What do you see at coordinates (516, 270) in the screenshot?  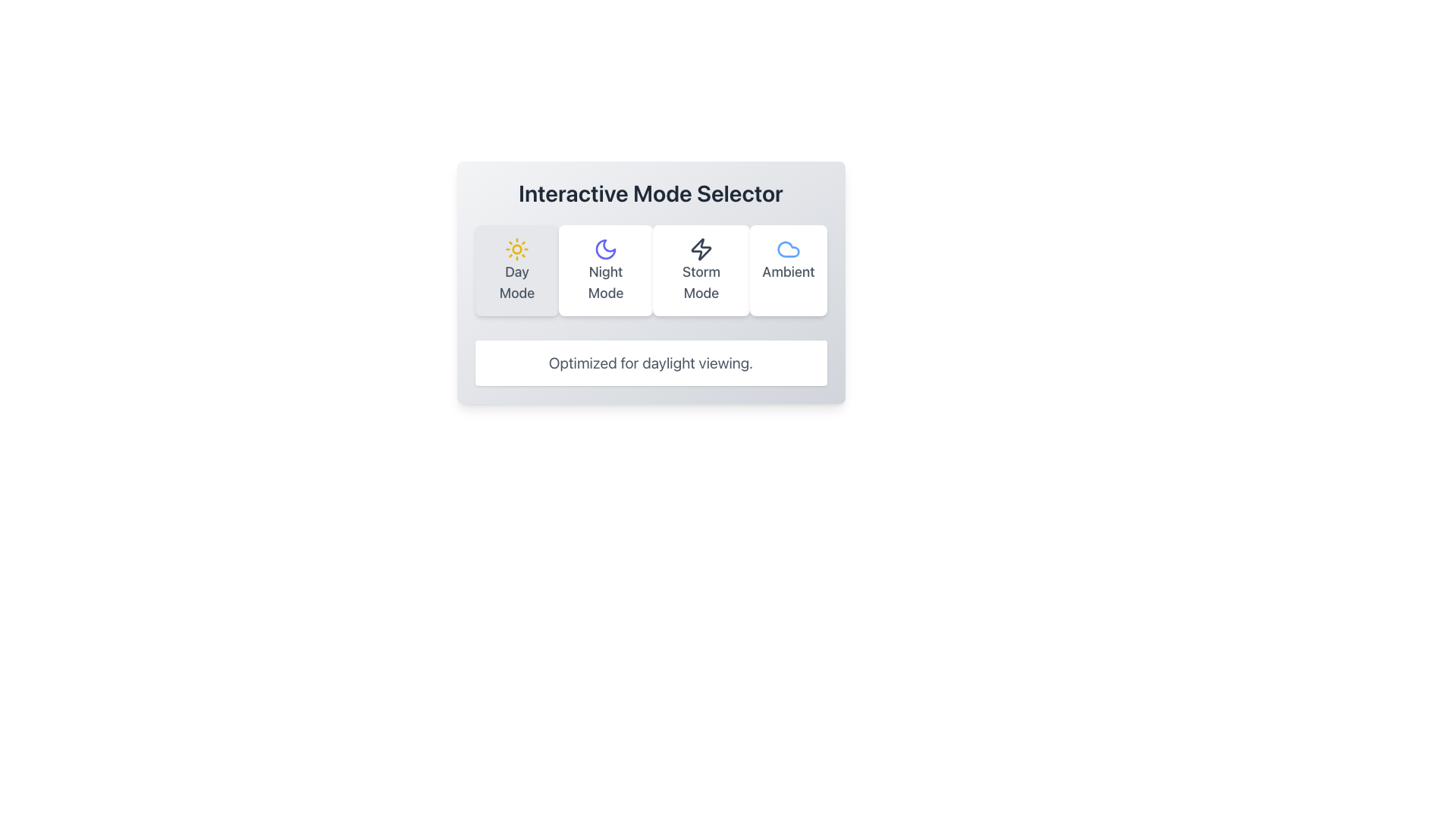 I see `the 'Day Mode' button, which is a rectangular card with a sun icon at the top center and 'Day Mode' text below, to observe the hover effect` at bounding box center [516, 270].